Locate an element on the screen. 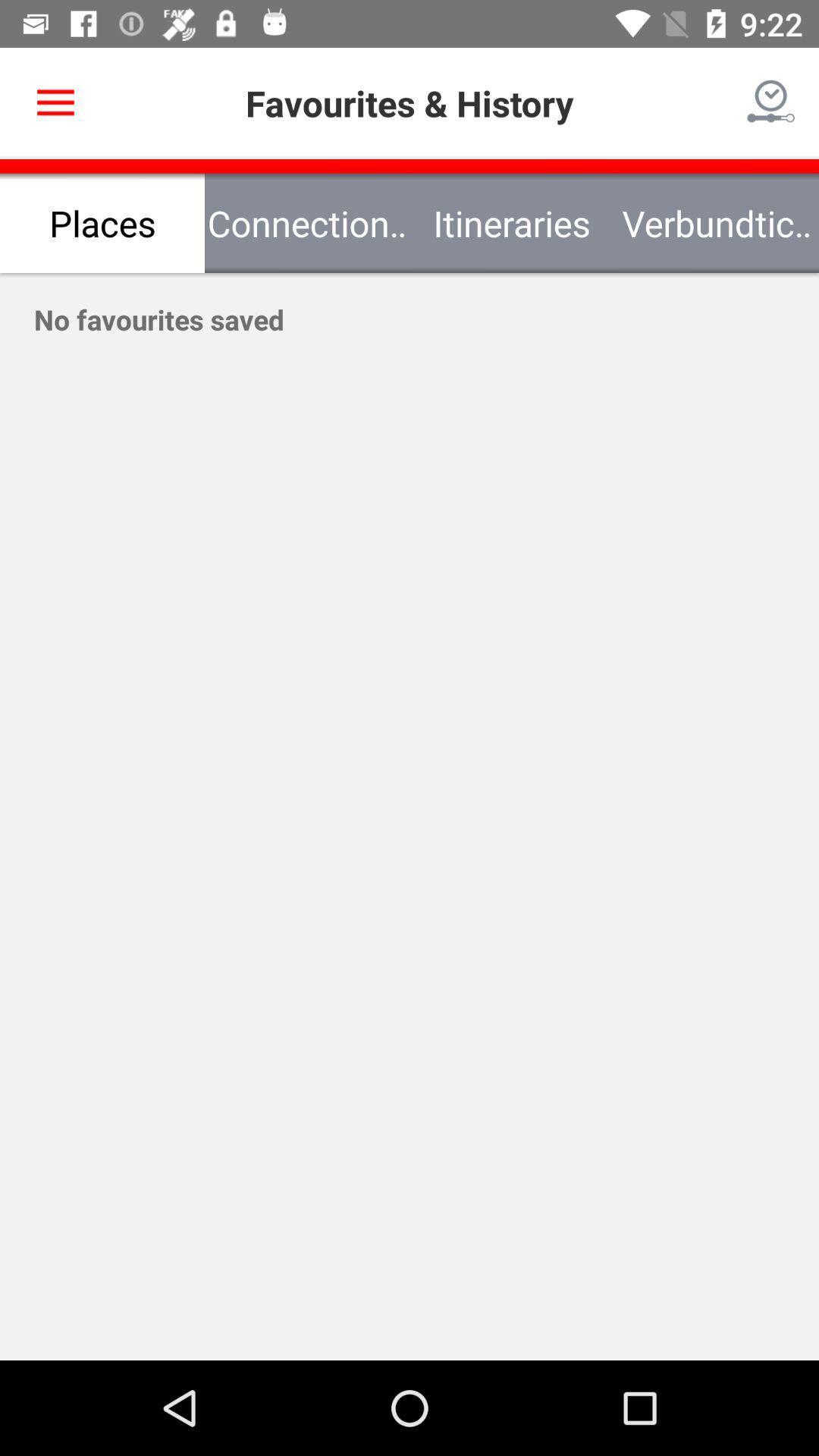  the icon next to the verbundtickets icon is located at coordinates (512, 222).